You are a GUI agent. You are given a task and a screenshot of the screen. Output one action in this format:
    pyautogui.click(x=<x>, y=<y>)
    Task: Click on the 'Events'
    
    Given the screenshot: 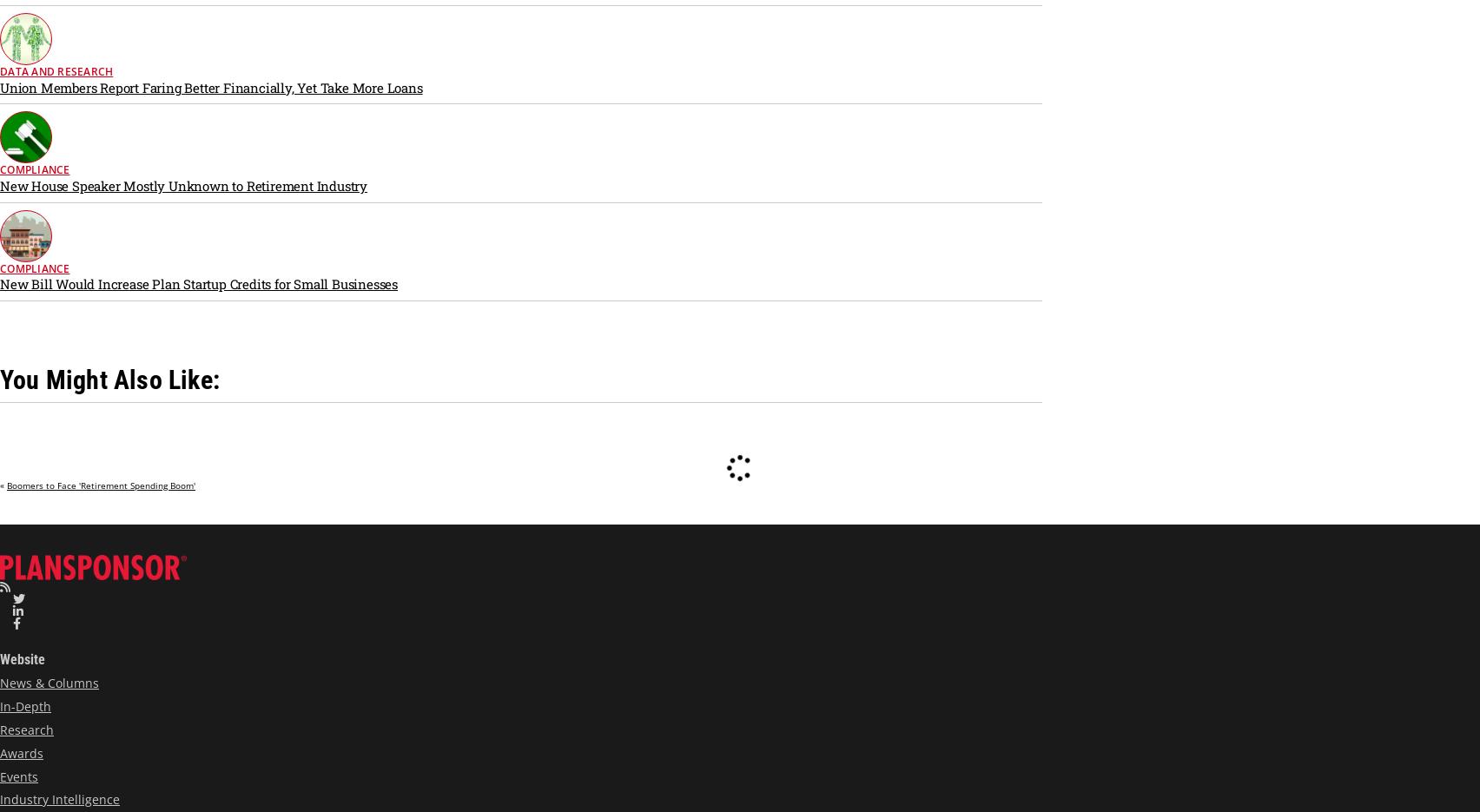 What is the action you would take?
    pyautogui.click(x=18, y=775)
    